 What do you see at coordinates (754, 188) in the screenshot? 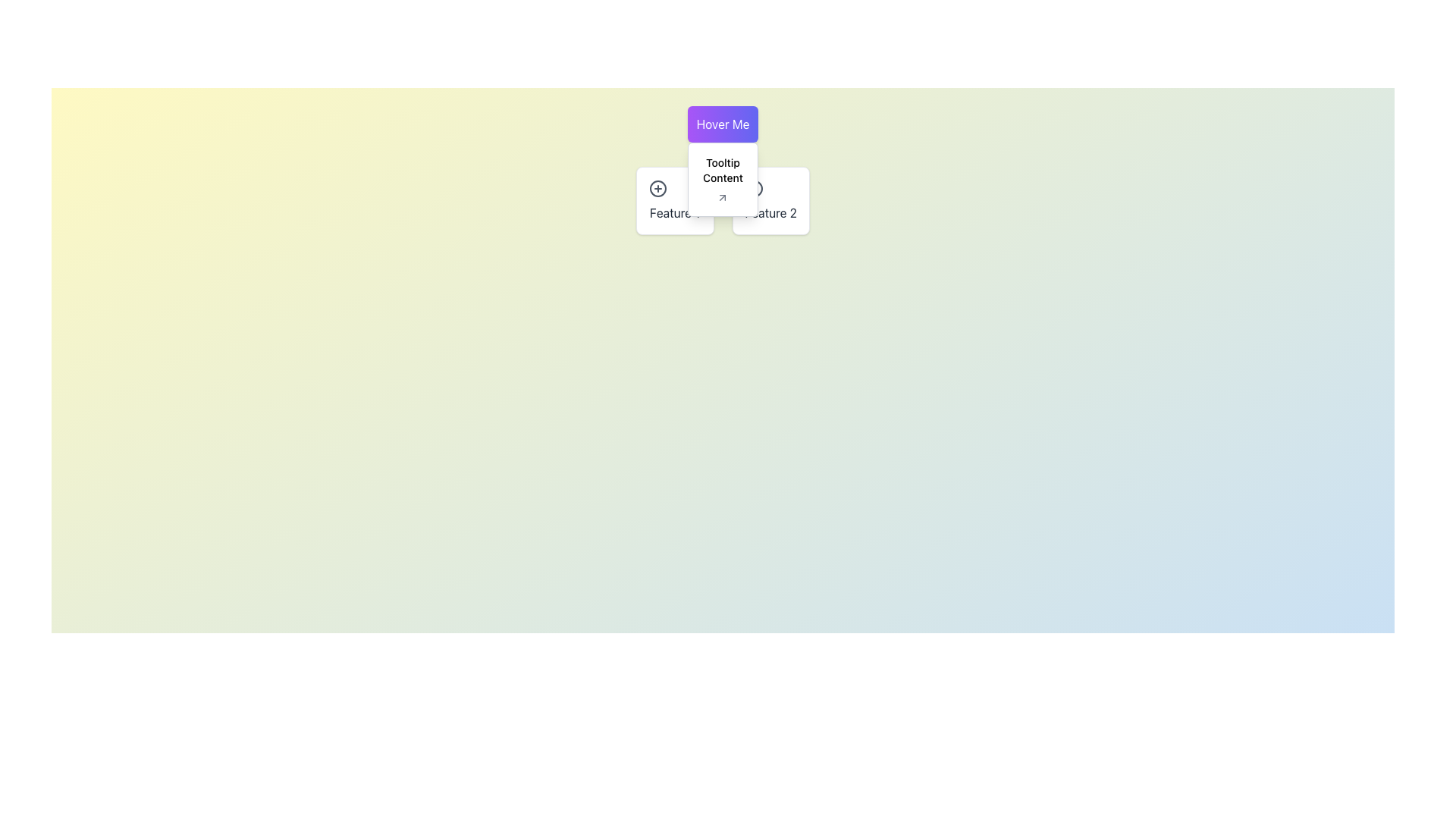
I see `the information icon located at the top-right edge of the 'Feature 2' card component` at bounding box center [754, 188].